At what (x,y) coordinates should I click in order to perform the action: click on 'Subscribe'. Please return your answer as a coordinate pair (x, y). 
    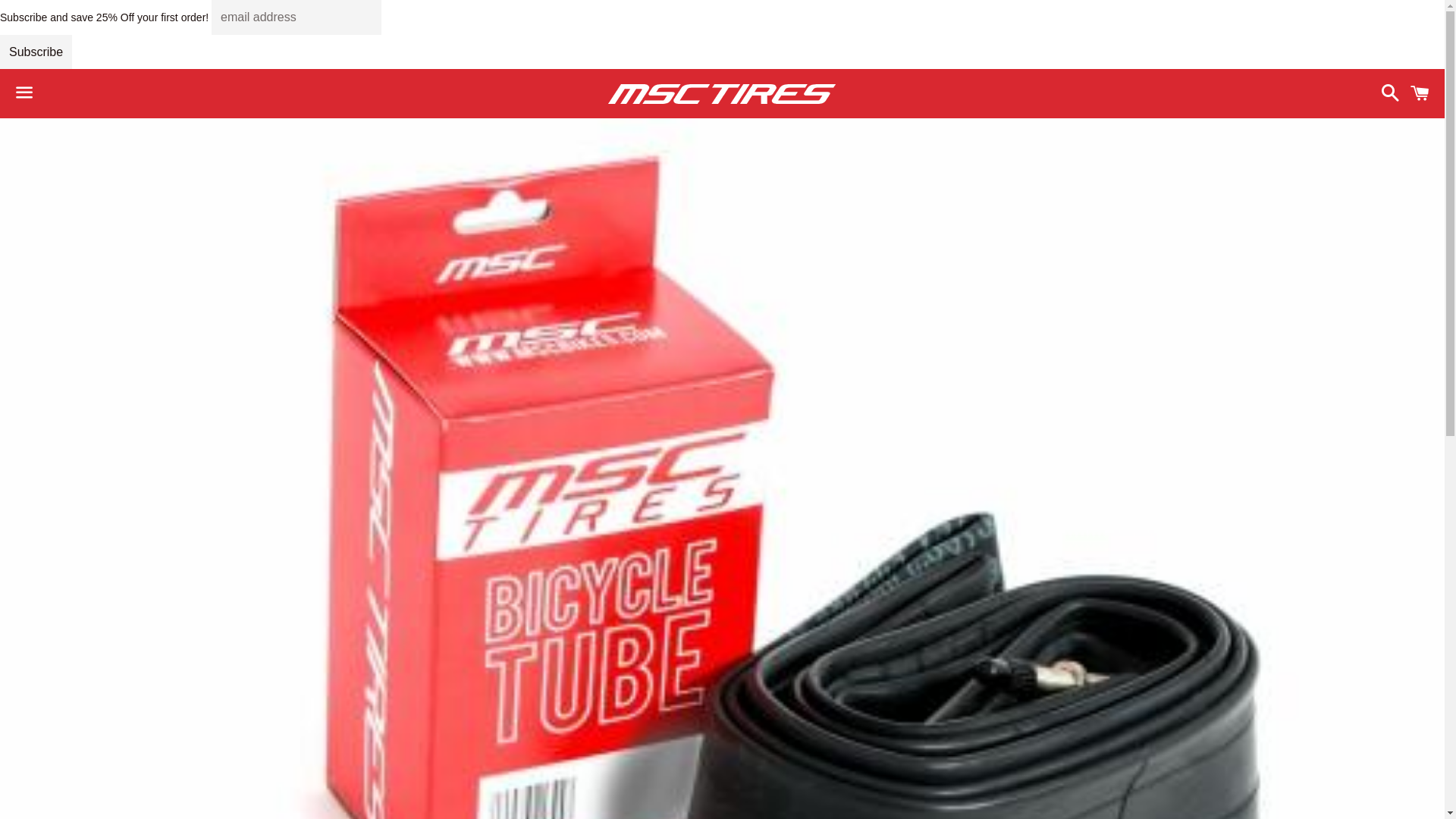
    Looking at the image, I should click on (36, 52).